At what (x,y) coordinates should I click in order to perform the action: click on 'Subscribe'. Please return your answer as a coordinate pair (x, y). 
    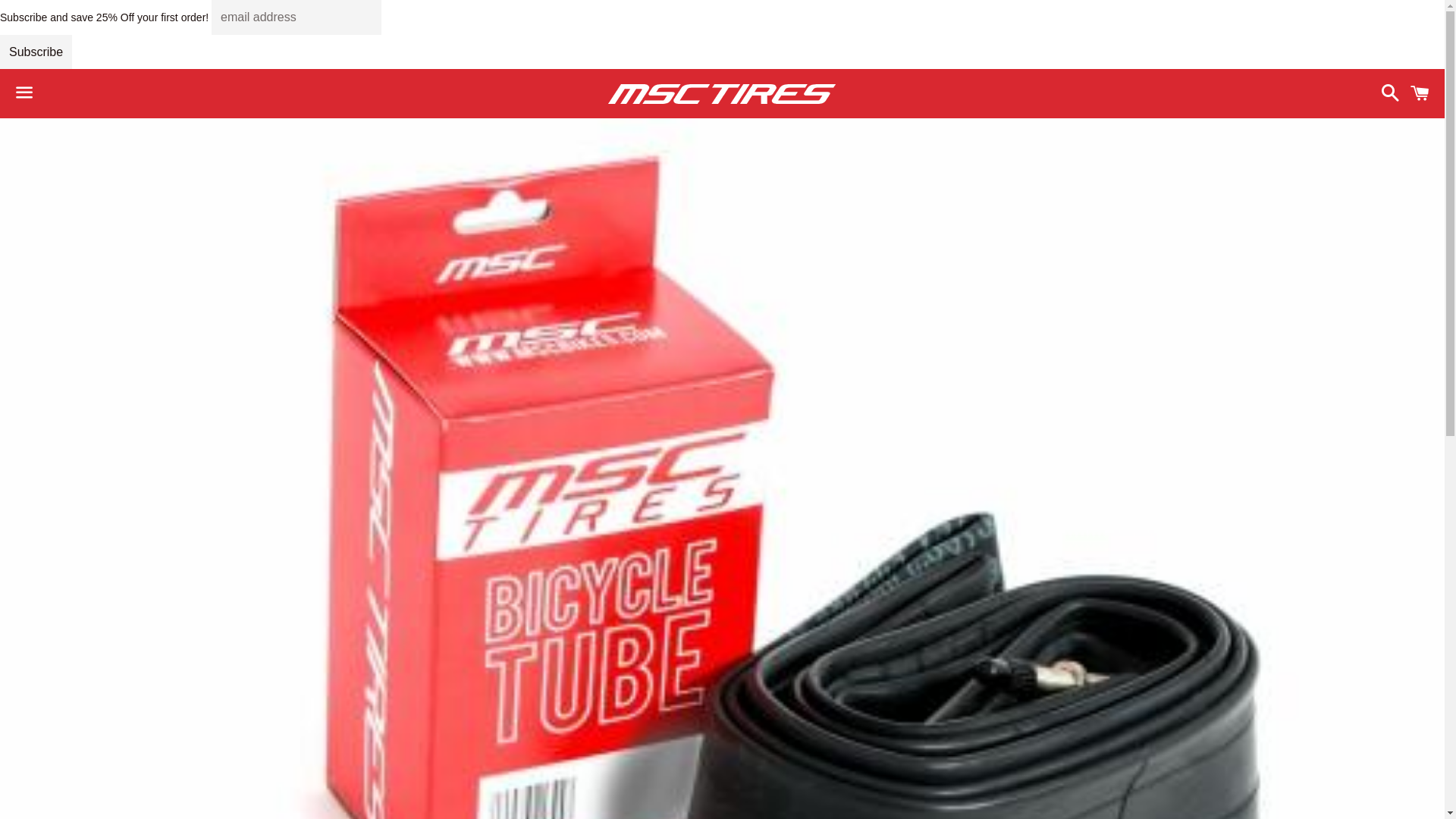
    Looking at the image, I should click on (36, 52).